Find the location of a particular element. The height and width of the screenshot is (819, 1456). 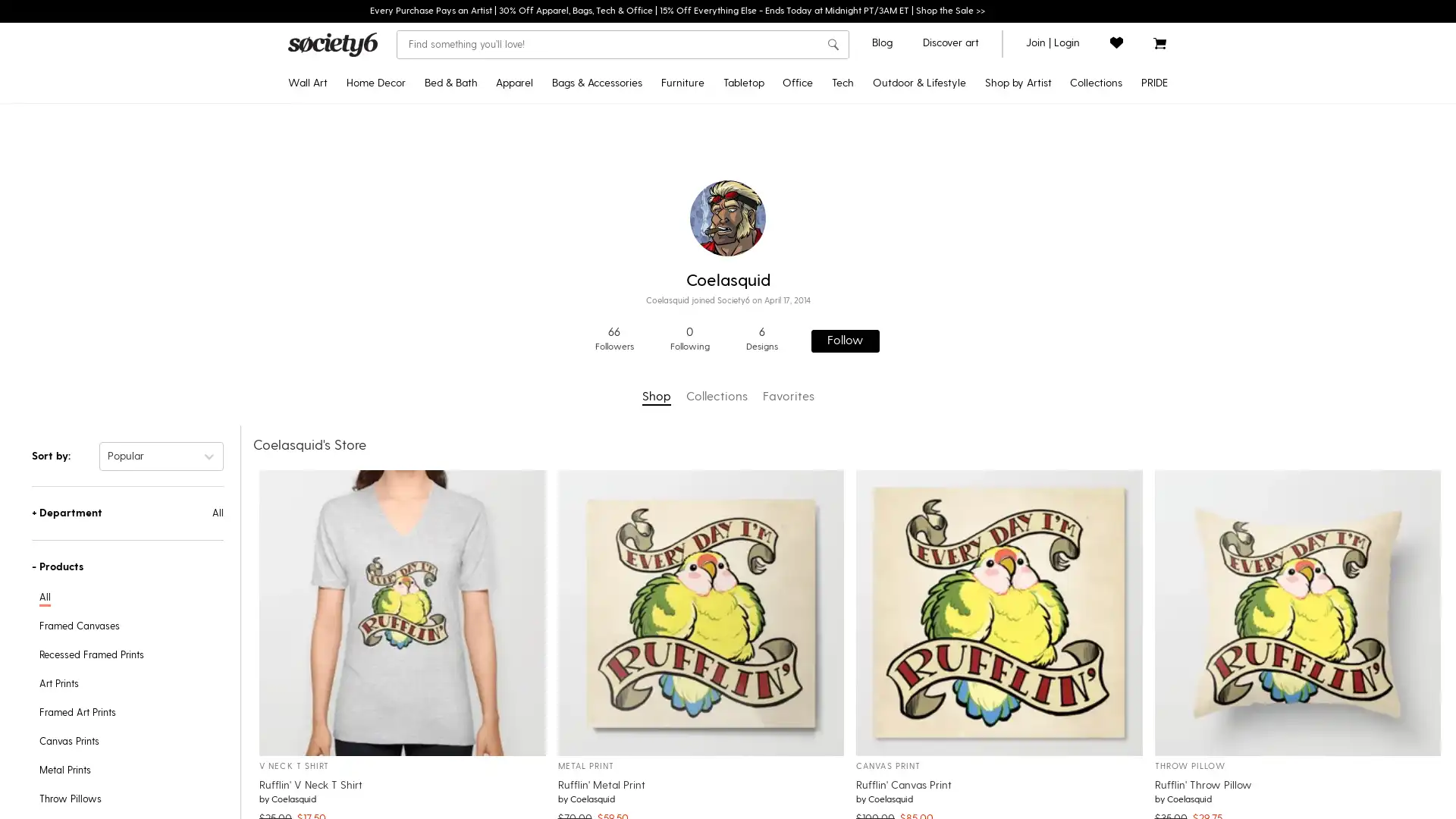

Comforters is located at coordinates (483, 121).